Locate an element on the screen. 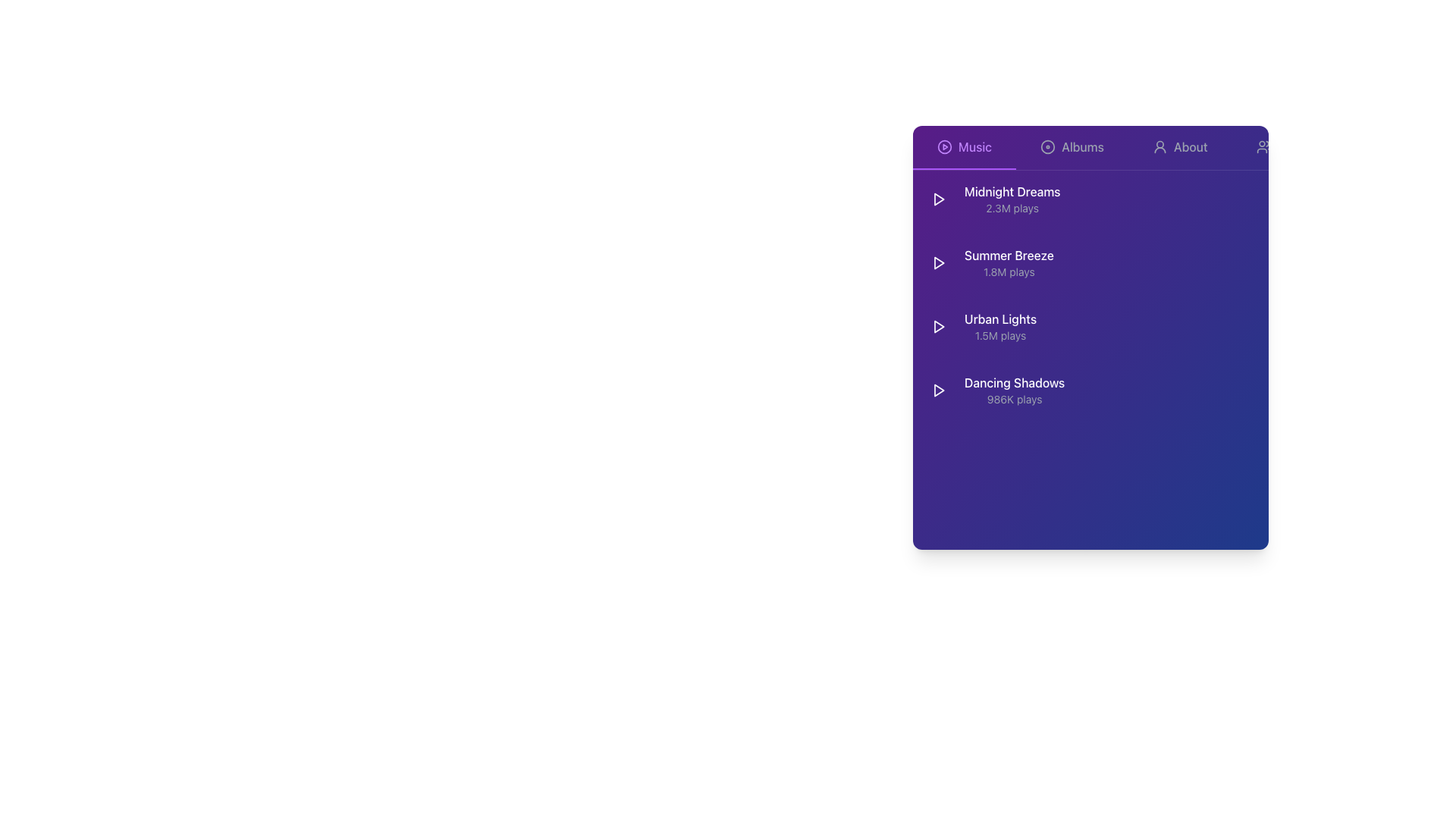  the list item displaying 'Urban Lights' with '1.5M plays' is located at coordinates (1000, 326).